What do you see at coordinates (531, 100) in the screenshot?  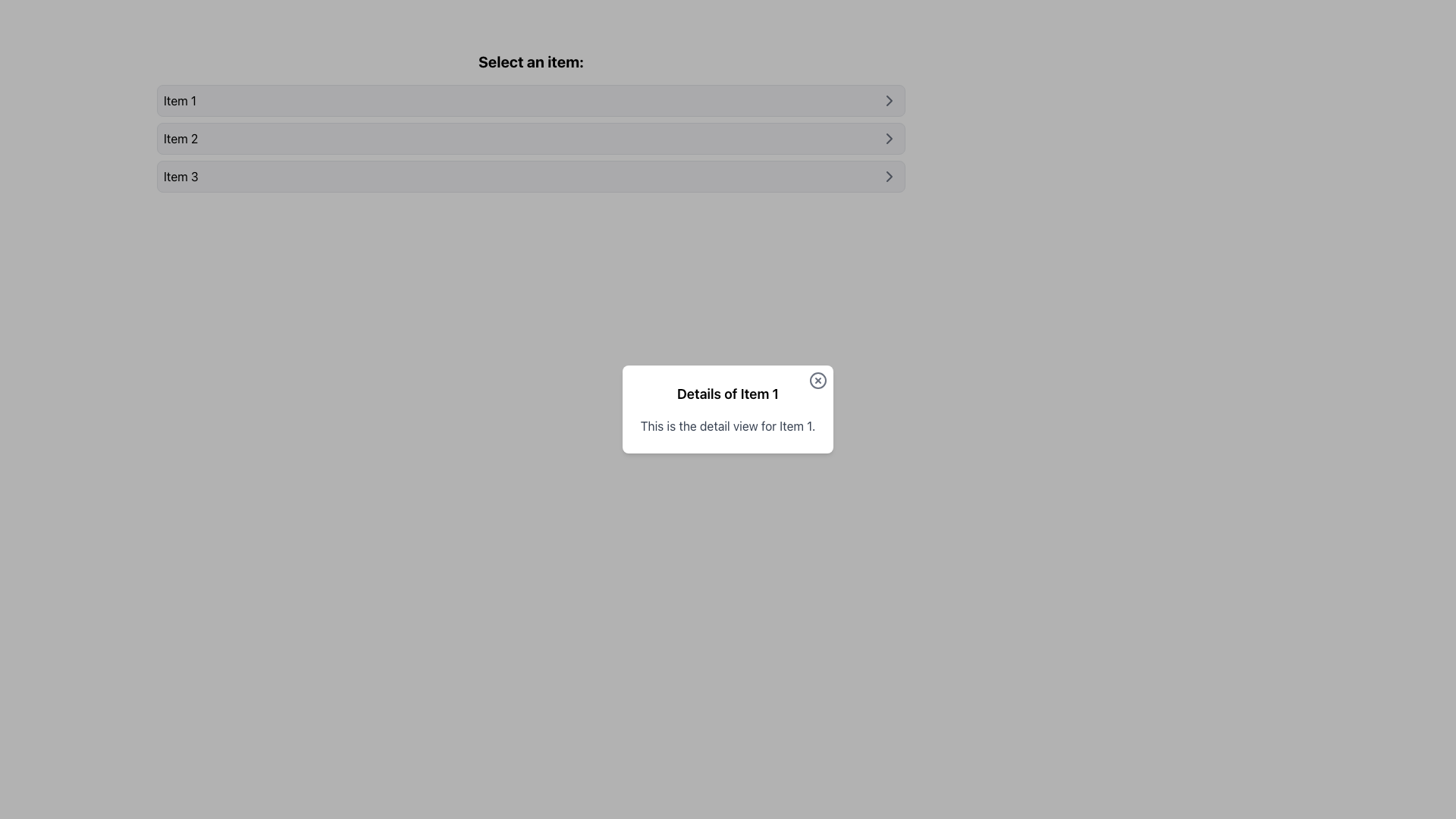 I see `the first button in the list that allows interaction with 'Item 1', which is positioned below the title 'Select an item:' and above 'Item 2' and 'Item 3', to trigger hover effects` at bounding box center [531, 100].